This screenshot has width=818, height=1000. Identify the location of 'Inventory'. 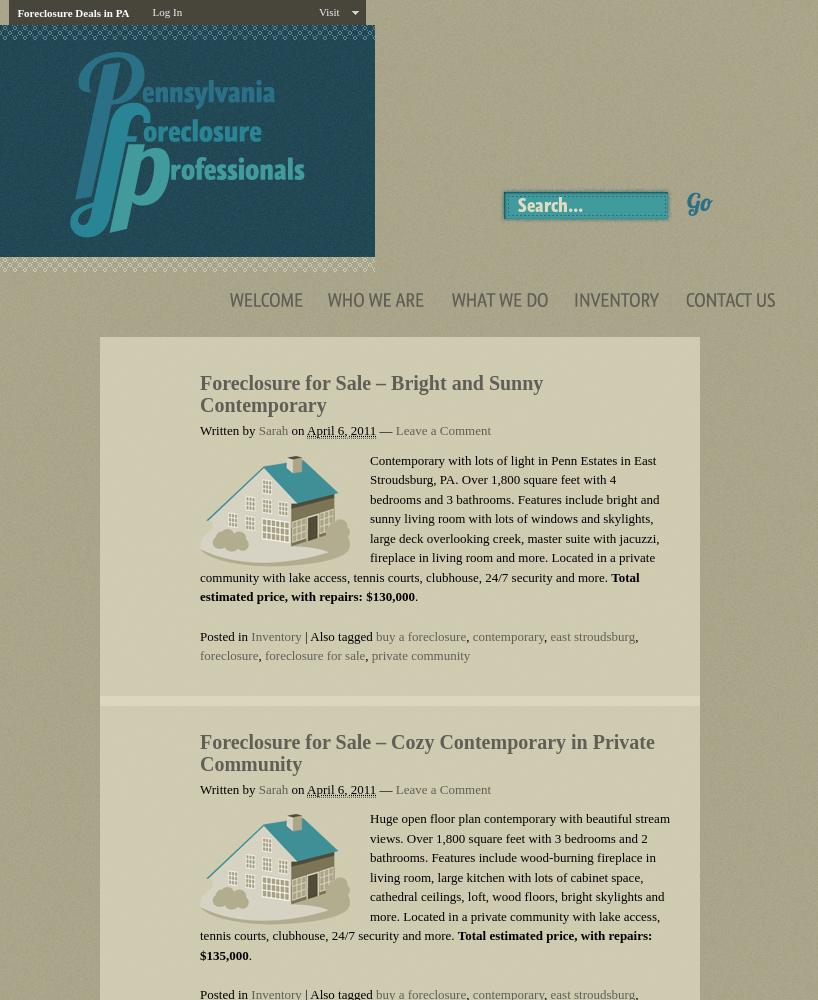
(274, 635).